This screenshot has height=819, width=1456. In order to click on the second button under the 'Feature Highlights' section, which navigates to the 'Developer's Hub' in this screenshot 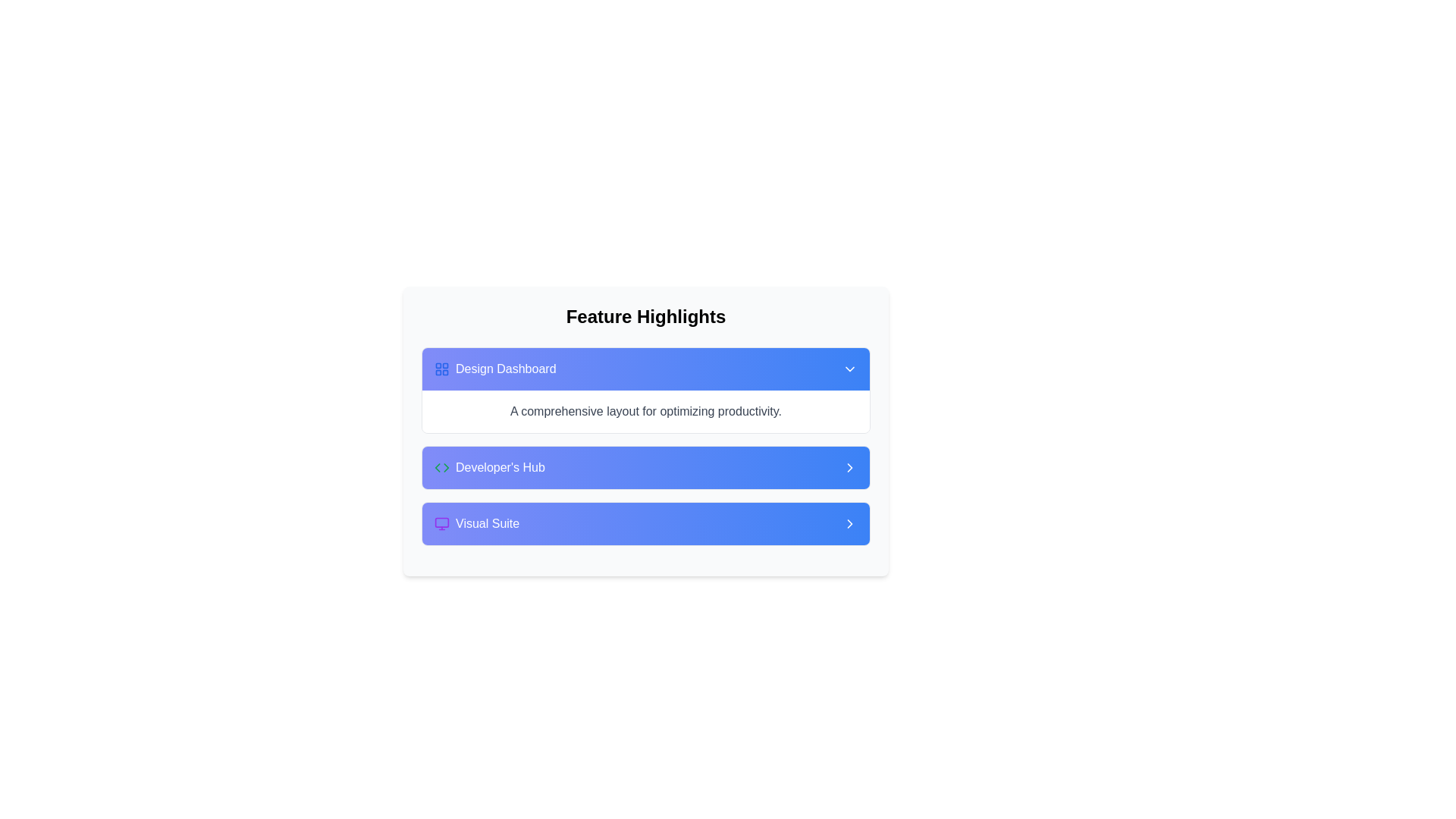, I will do `click(645, 467)`.